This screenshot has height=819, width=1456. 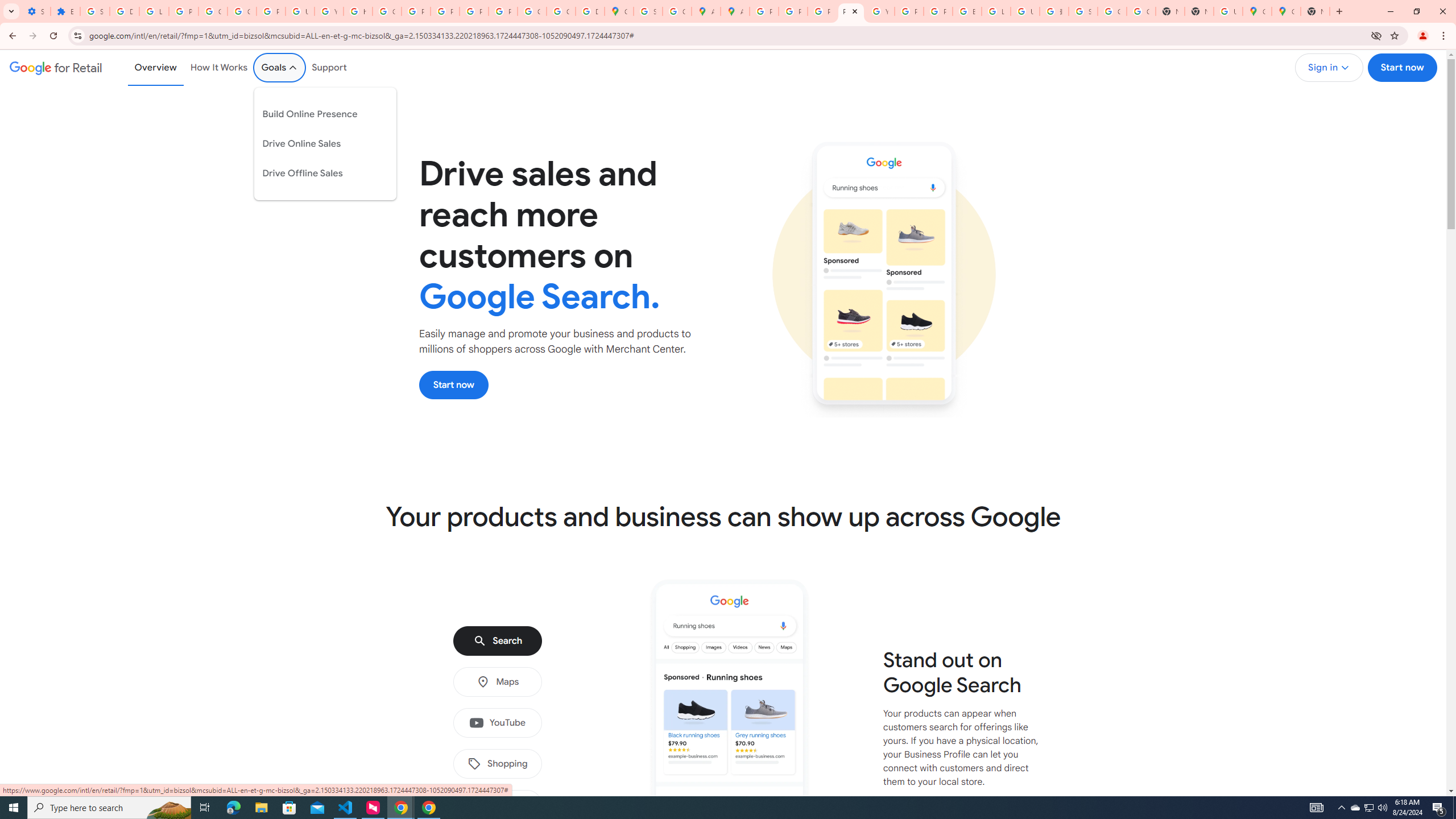 I want to click on 'Maps', so click(x=497, y=681).